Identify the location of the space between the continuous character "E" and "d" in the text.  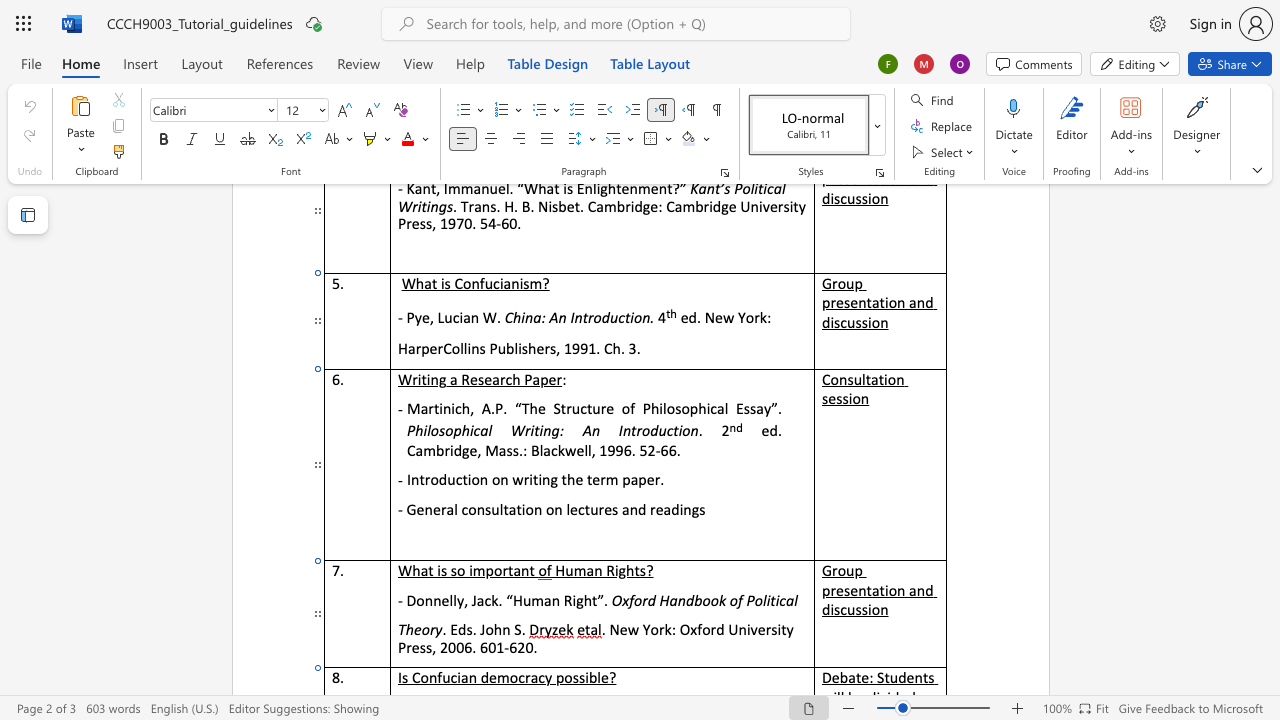
(457, 628).